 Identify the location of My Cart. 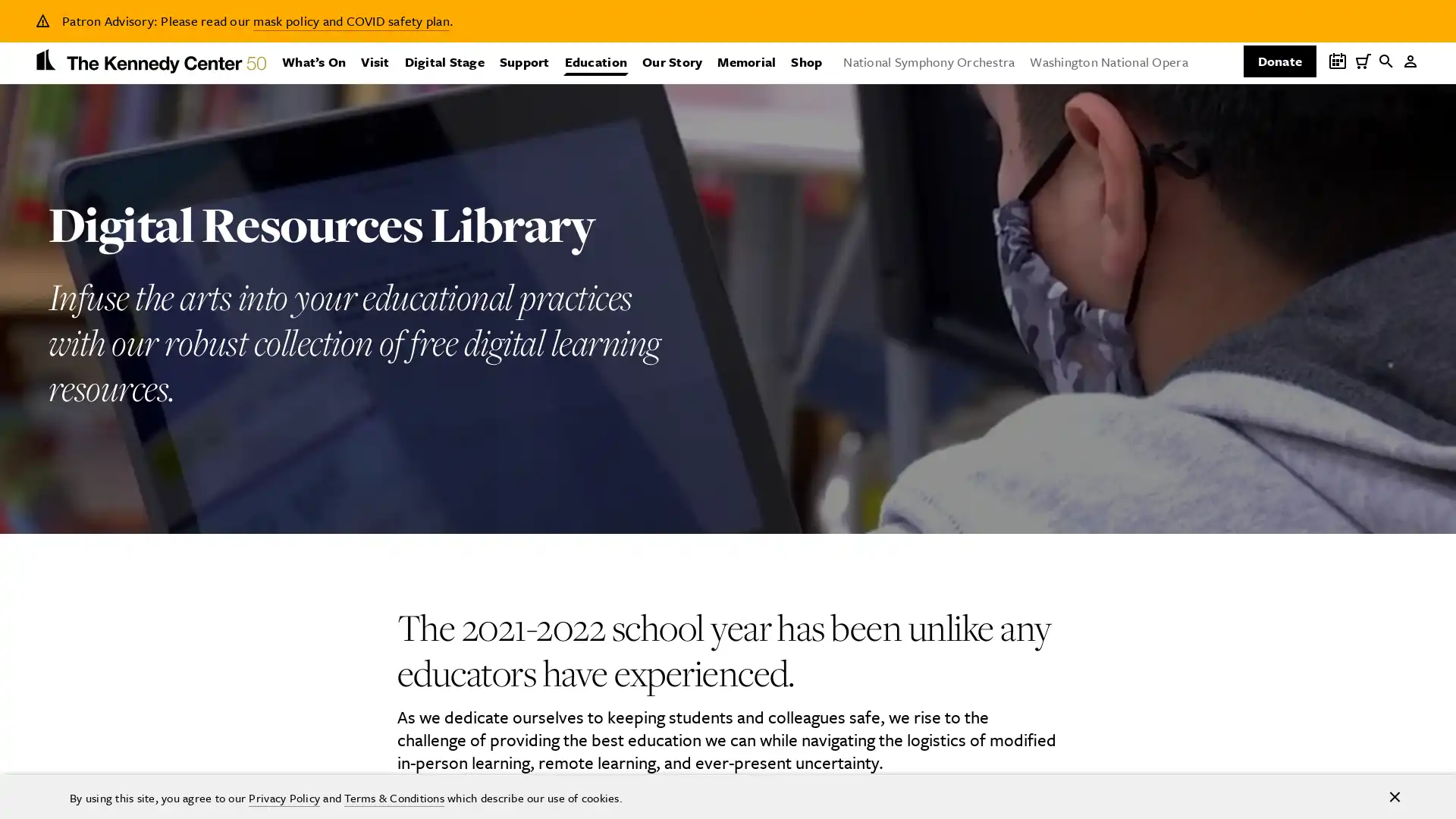
(1361, 61).